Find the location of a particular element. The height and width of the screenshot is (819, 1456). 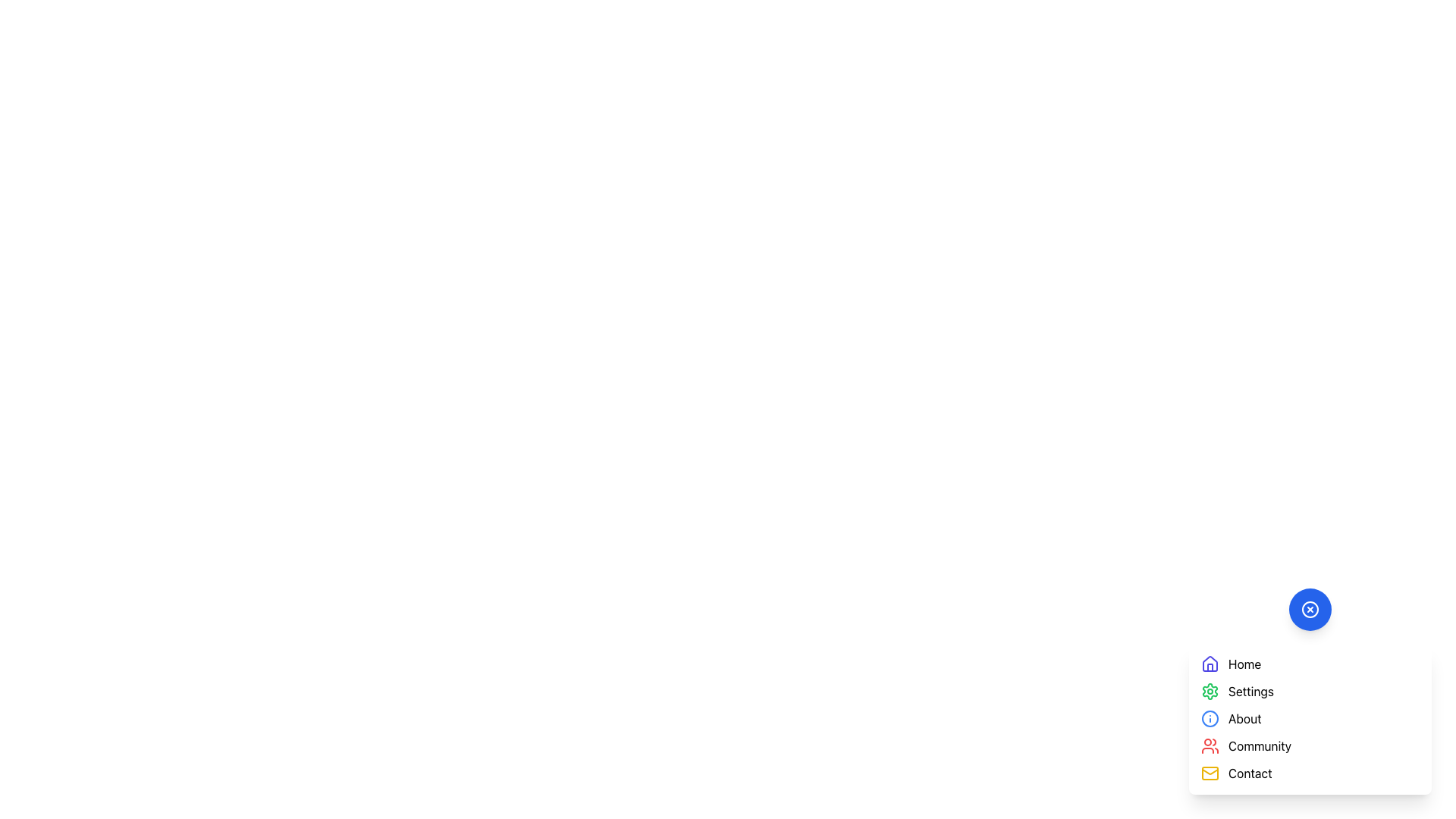

the third row menu item for the 'About' section is located at coordinates (1310, 718).